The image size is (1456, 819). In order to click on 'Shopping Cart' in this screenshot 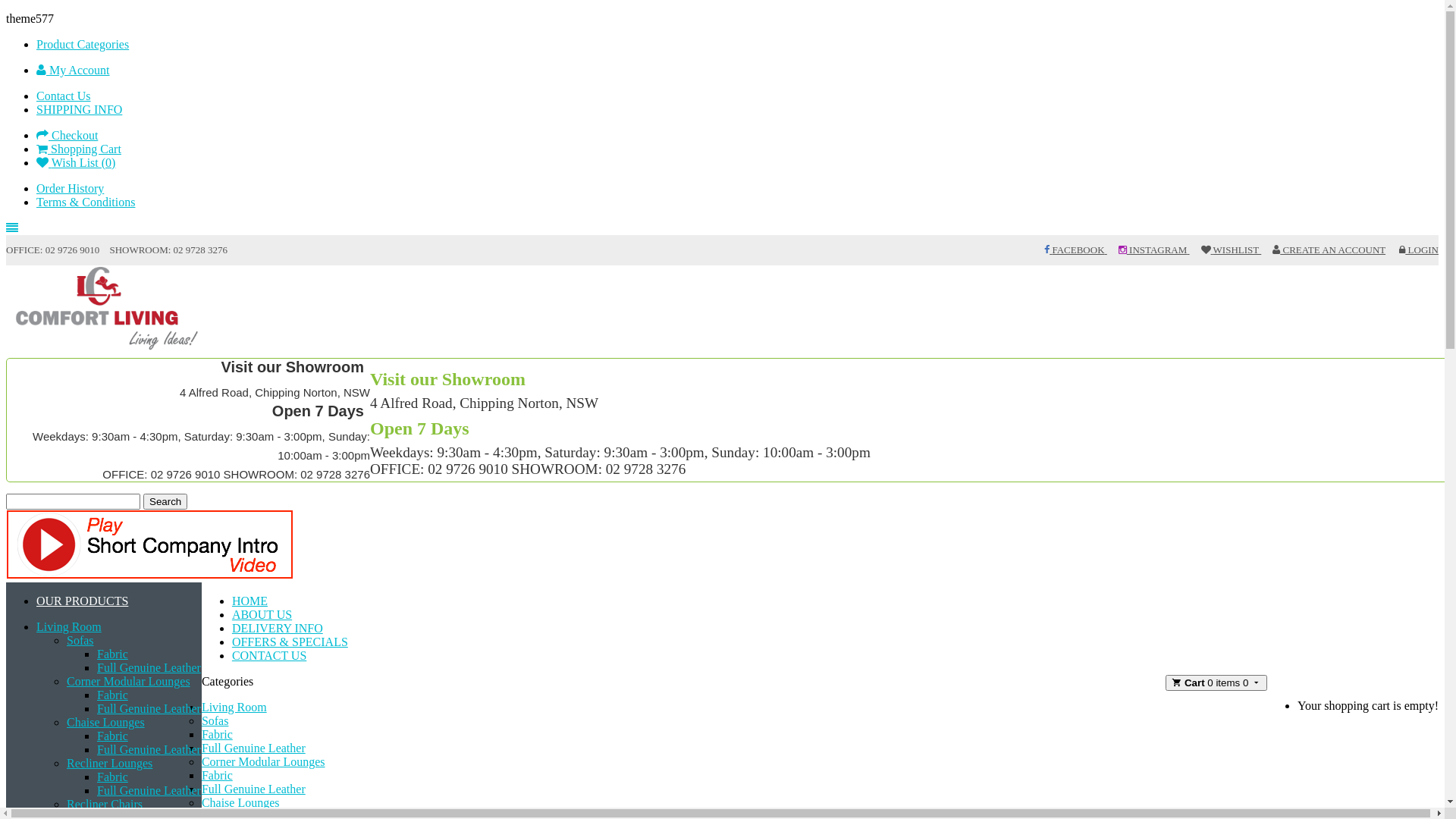, I will do `click(36, 149)`.